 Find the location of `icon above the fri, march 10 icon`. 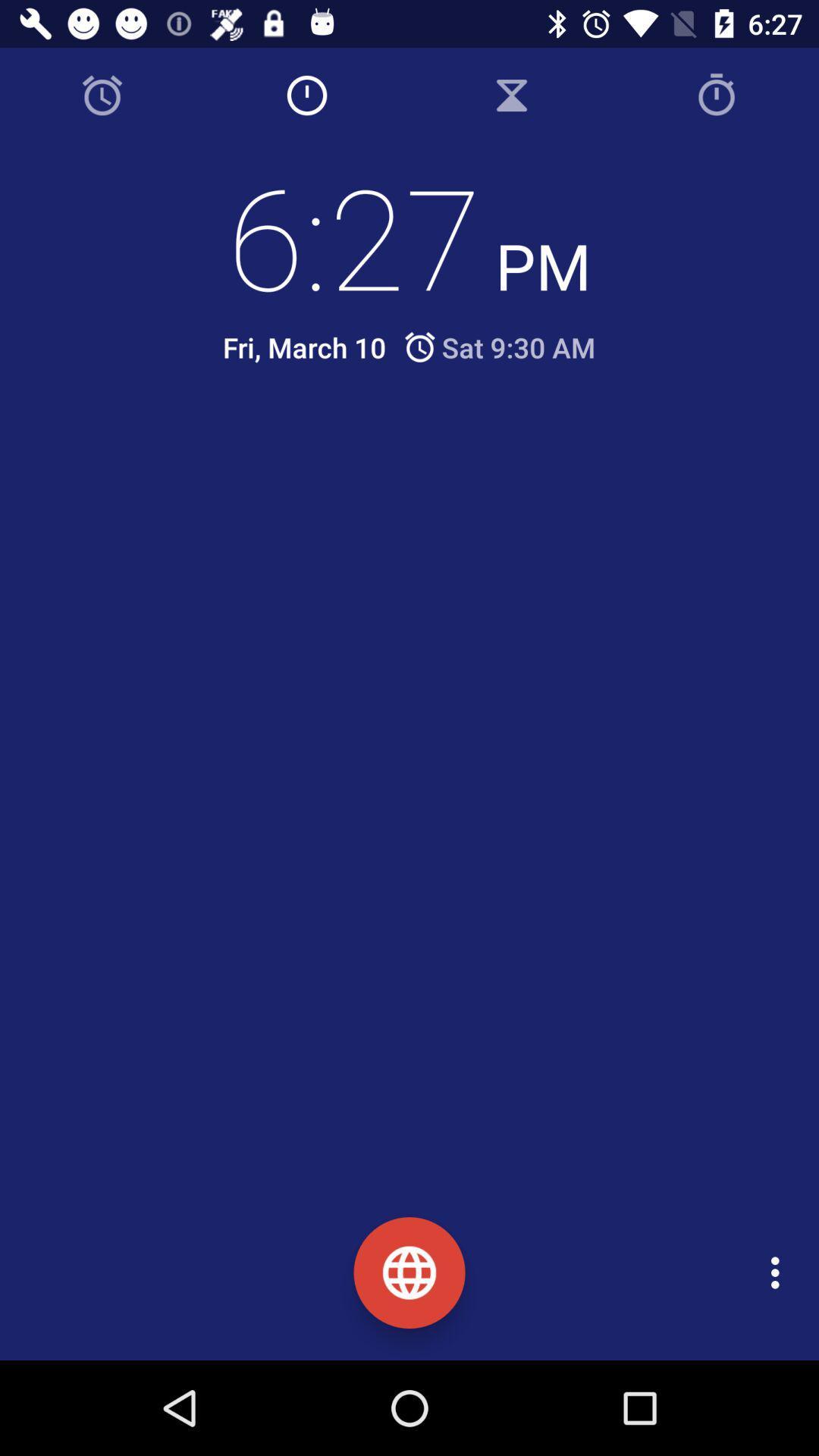

icon above the fri, march 10 icon is located at coordinates (409, 235).